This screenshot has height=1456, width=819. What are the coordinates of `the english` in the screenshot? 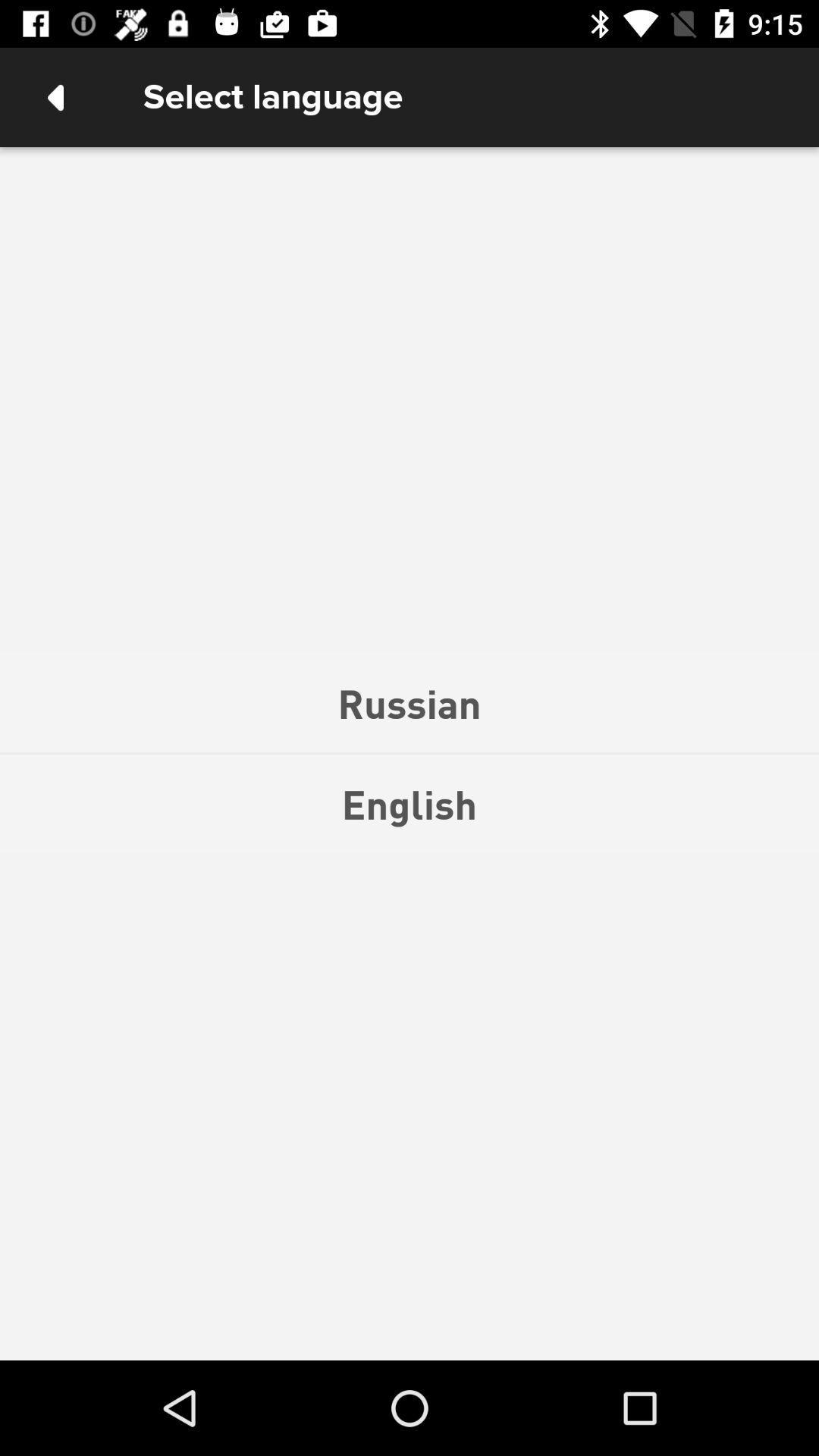 It's located at (409, 803).